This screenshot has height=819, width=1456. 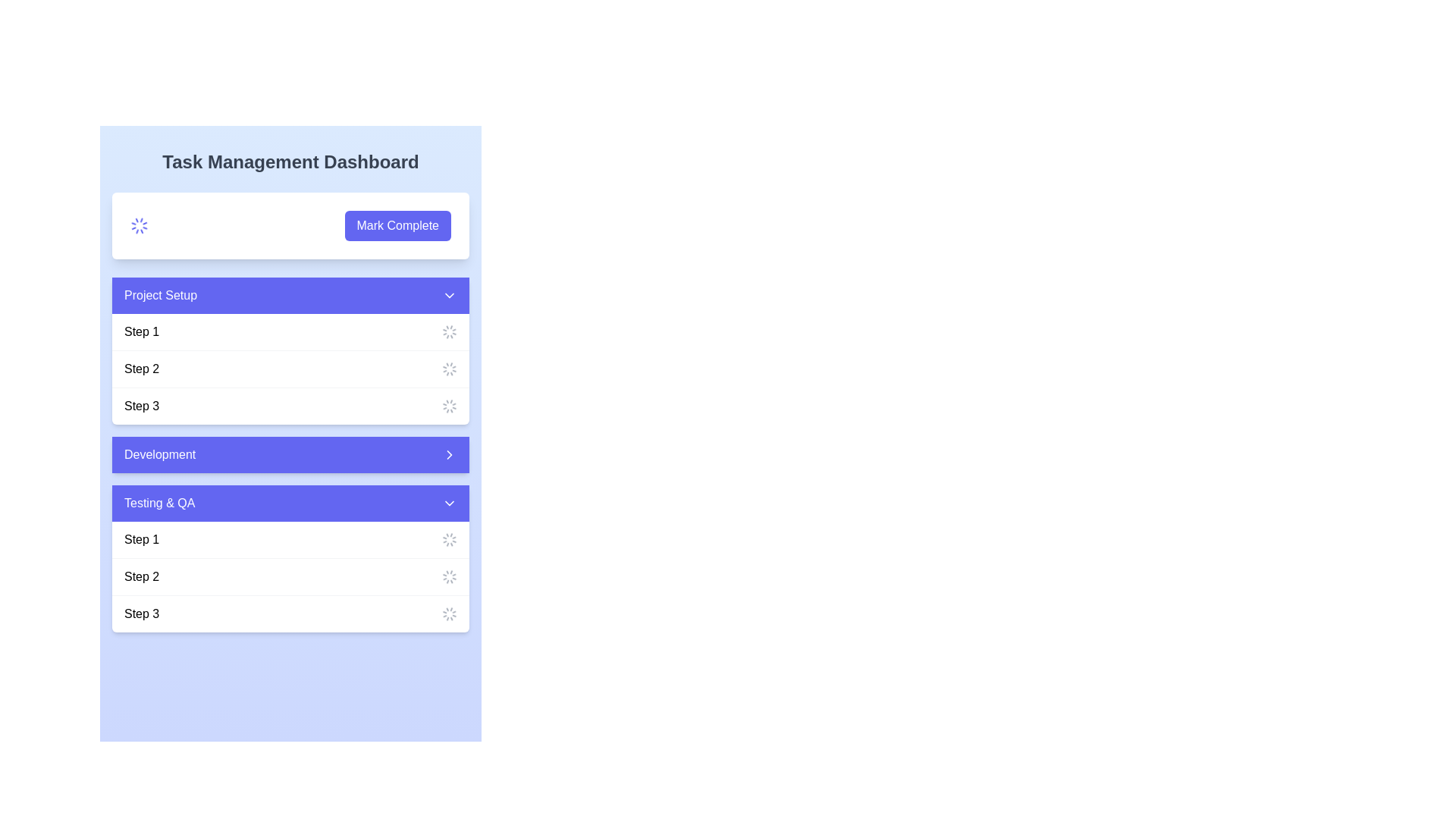 What do you see at coordinates (449, 503) in the screenshot?
I see `the Chevron Icon located on the far right of the 'Testing & QA' section header` at bounding box center [449, 503].